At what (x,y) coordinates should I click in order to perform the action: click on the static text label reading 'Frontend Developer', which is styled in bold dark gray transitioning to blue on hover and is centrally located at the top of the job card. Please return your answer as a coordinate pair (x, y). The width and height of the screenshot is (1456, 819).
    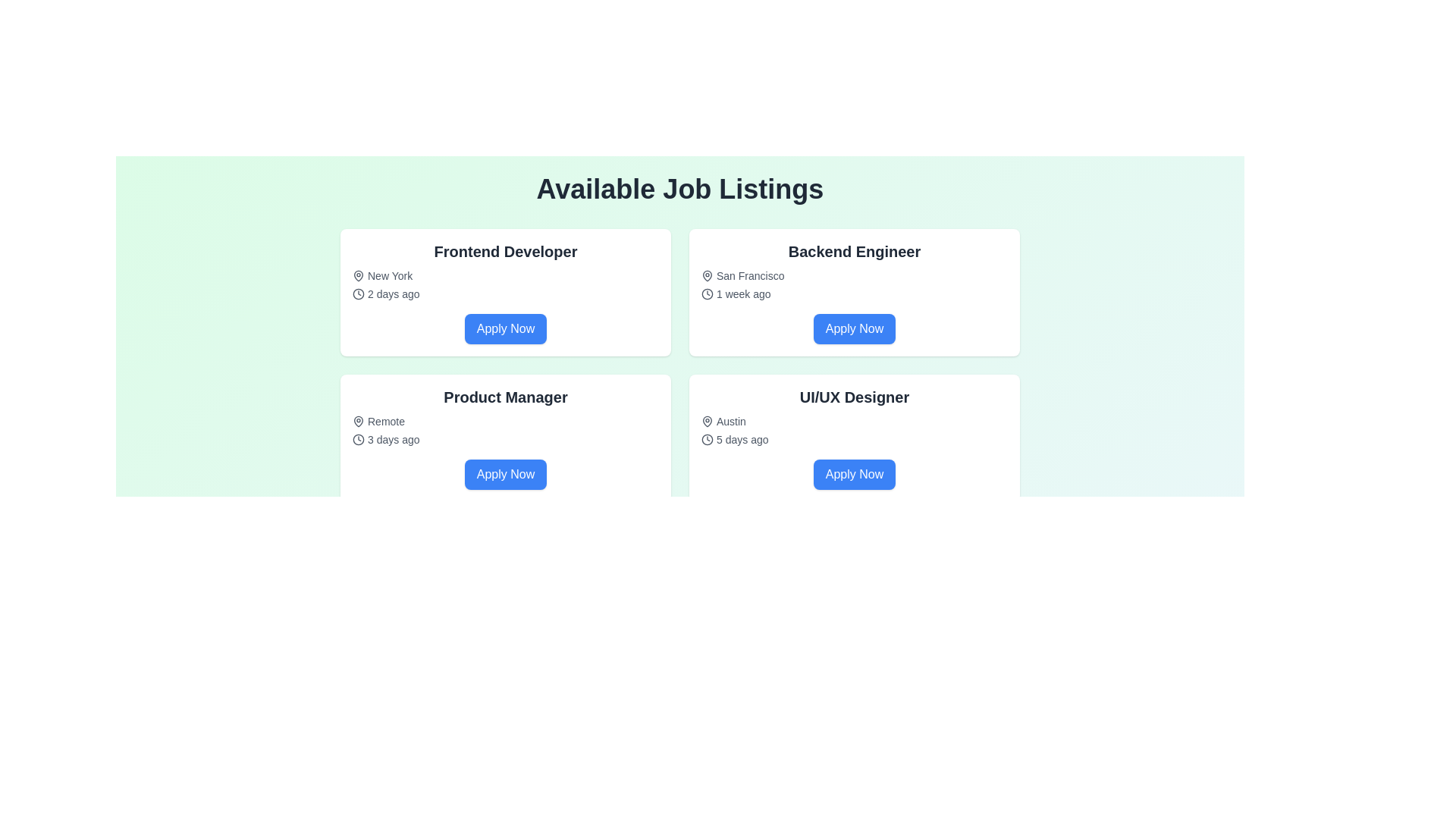
    Looking at the image, I should click on (506, 250).